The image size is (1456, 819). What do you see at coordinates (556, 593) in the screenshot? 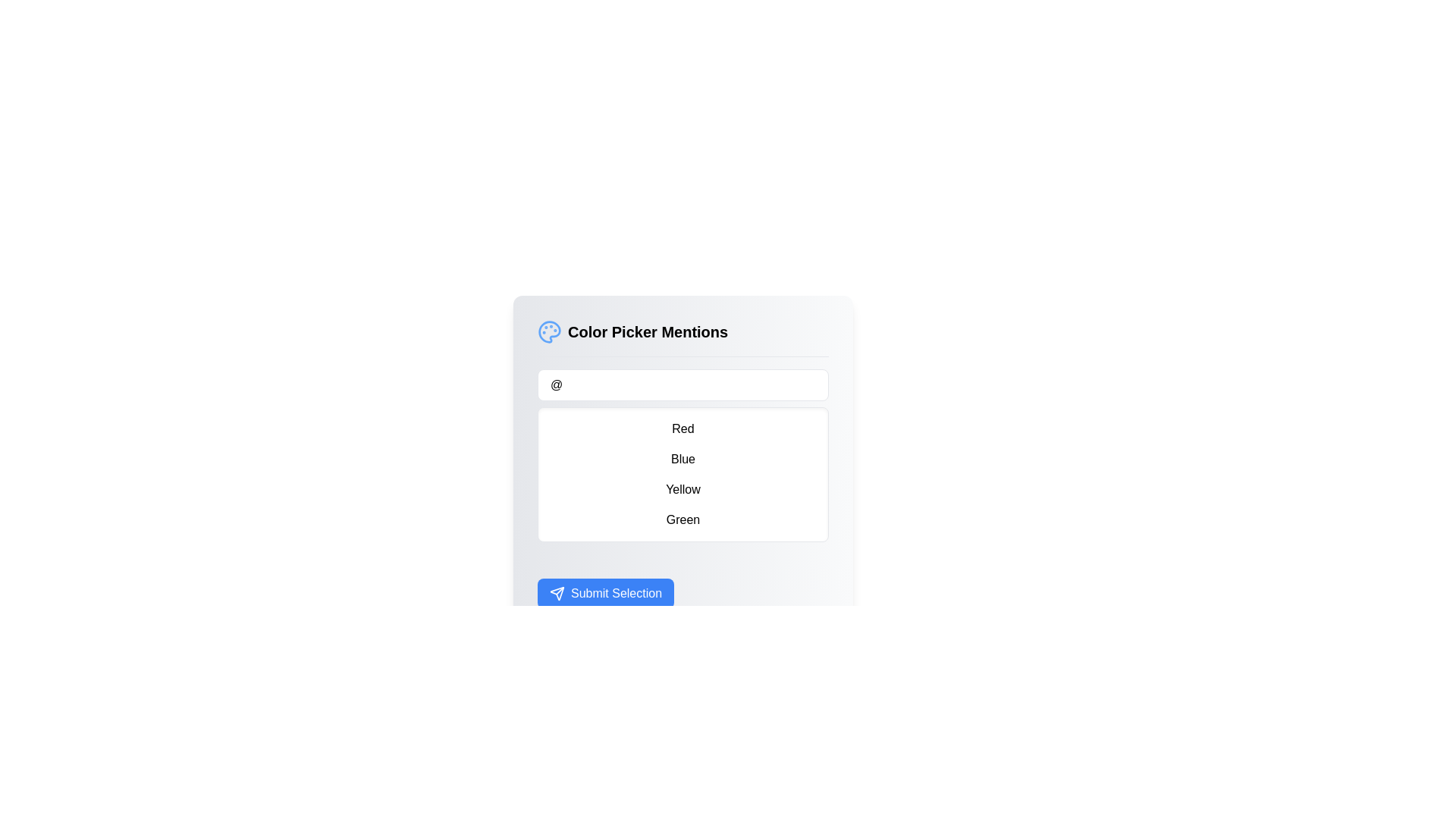
I see `the blue button labeled 'Submit Selection' that contains the send icon resembling a paper airplane` at bounding box center [556, 593].